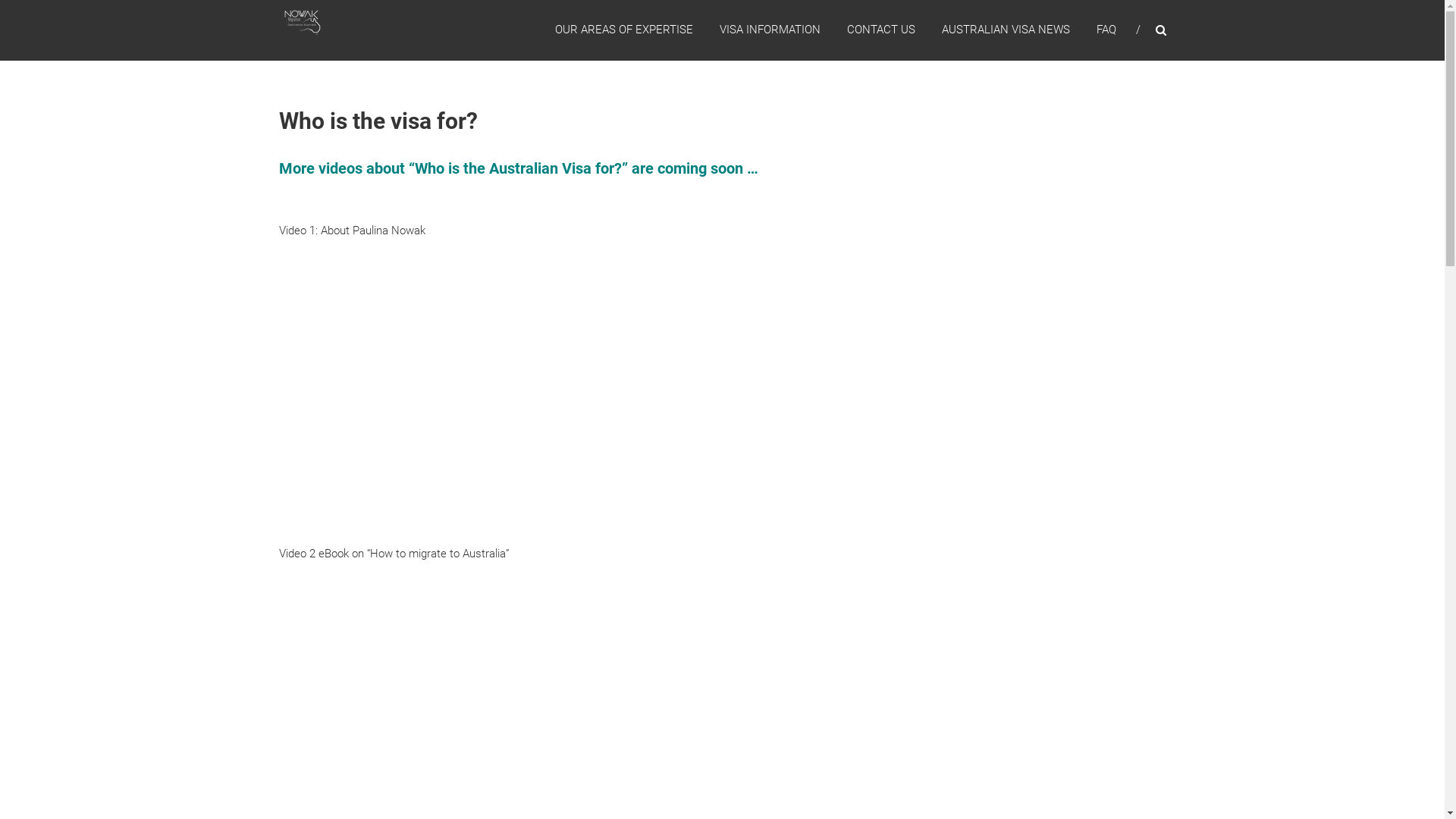  What do you see at coordinates (769, 29) in the screenshot?
I see `'VISA INFORMATION'` at bounding box center [769, 29].